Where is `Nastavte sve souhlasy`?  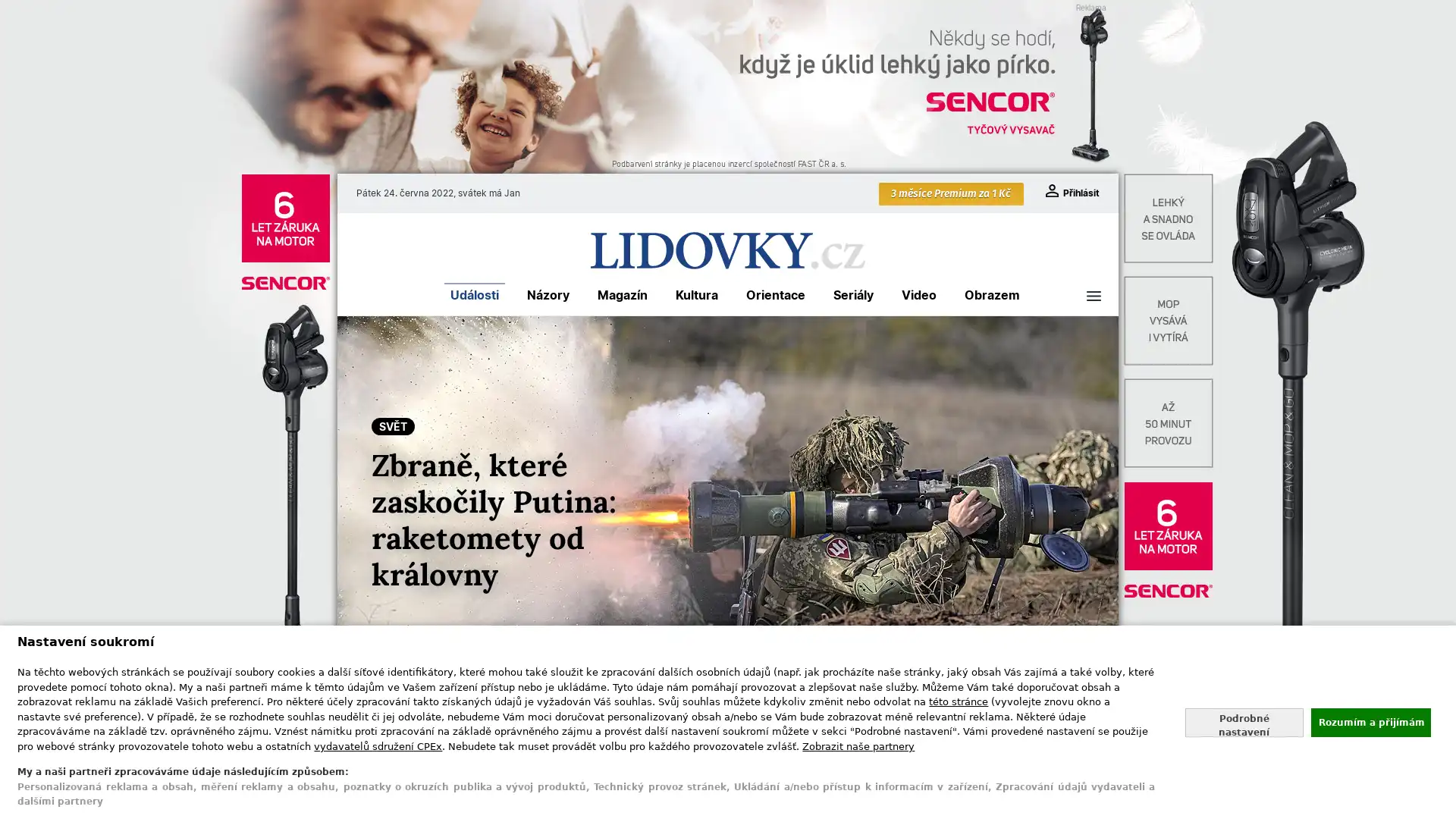
Nastavte sve souhlasy is located at coordinates (1244, 721).